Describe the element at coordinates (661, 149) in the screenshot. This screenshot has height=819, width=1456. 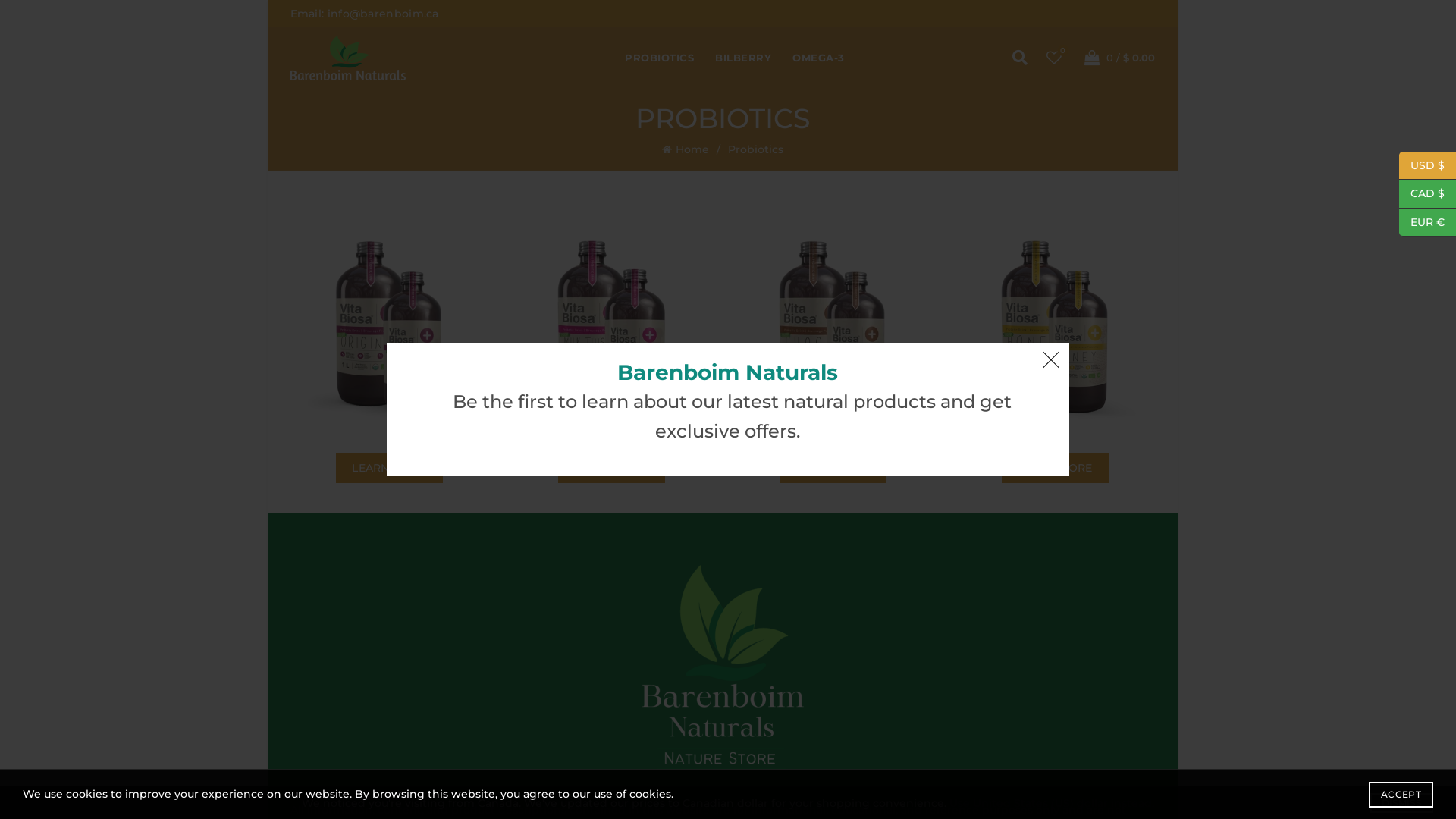
I see `'Home'` at that location.